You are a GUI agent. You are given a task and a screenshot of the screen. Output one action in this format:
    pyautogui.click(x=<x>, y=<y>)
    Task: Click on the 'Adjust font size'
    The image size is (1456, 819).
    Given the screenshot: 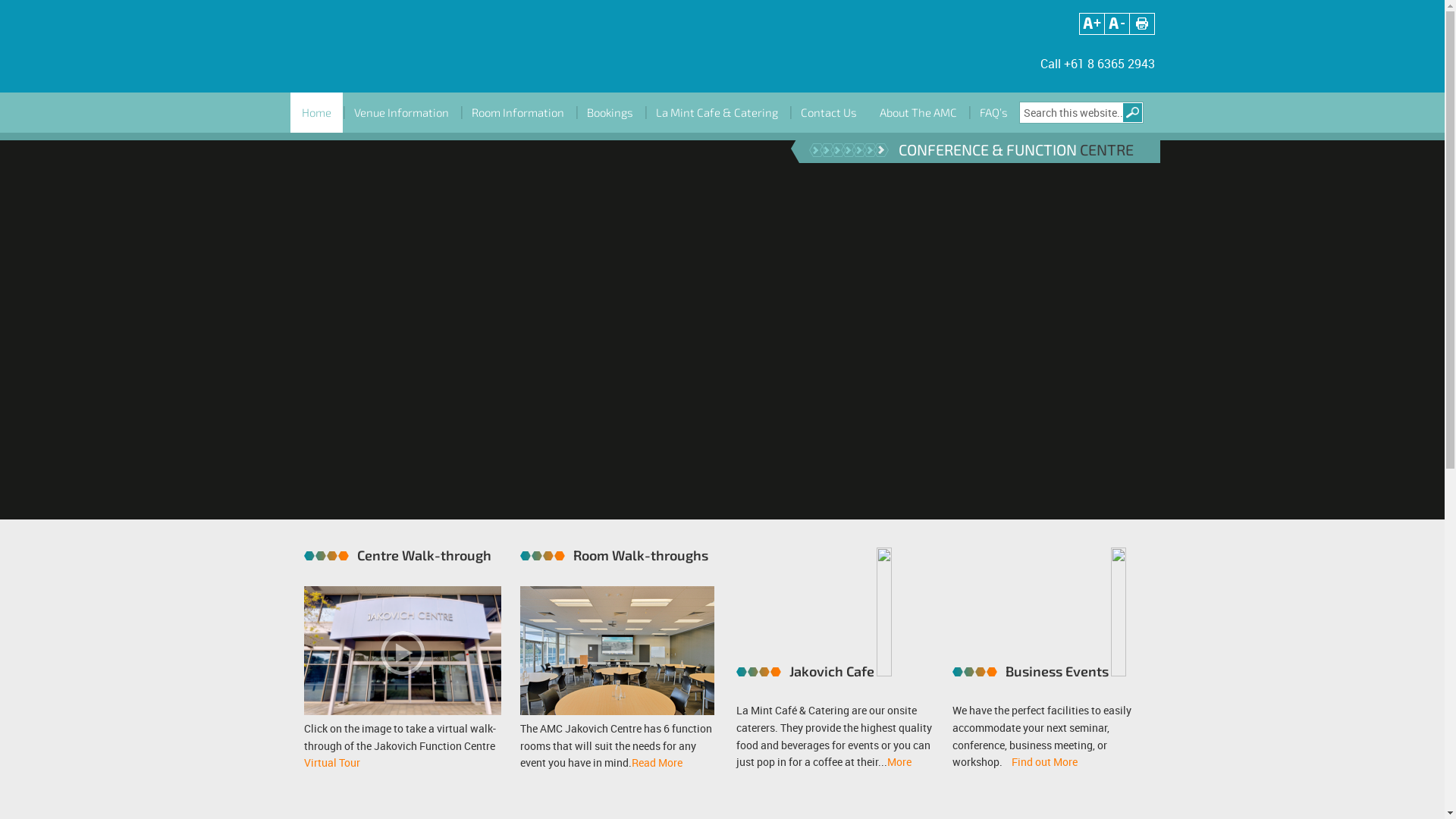 What is the action you would take?
    pyautogui.click(x=1116, y=23)
    